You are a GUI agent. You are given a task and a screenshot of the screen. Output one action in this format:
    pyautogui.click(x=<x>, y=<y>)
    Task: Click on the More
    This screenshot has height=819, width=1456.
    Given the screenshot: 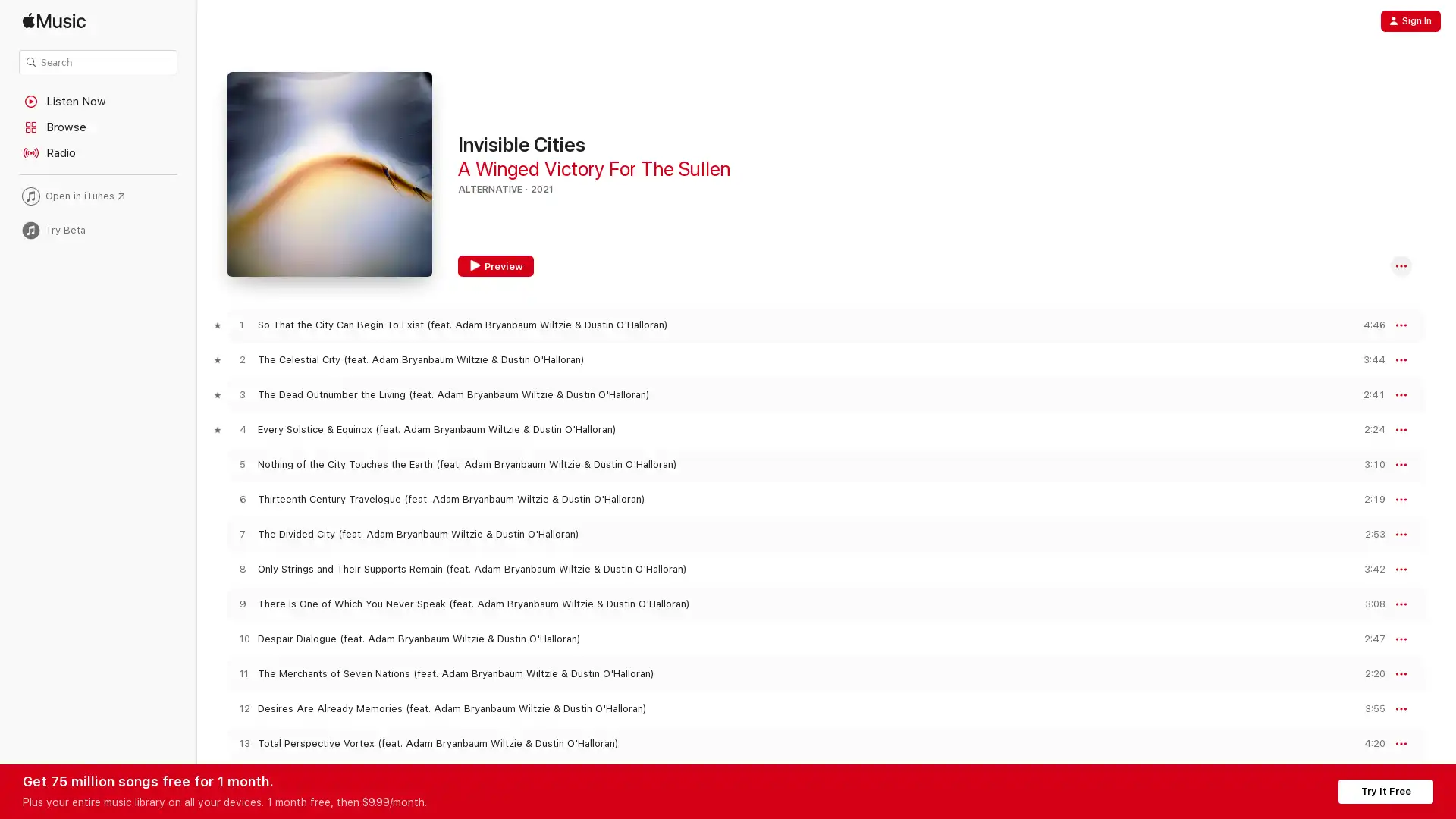 What is the action you would take?
    pyautogui.click(x=1401, y=639)
    